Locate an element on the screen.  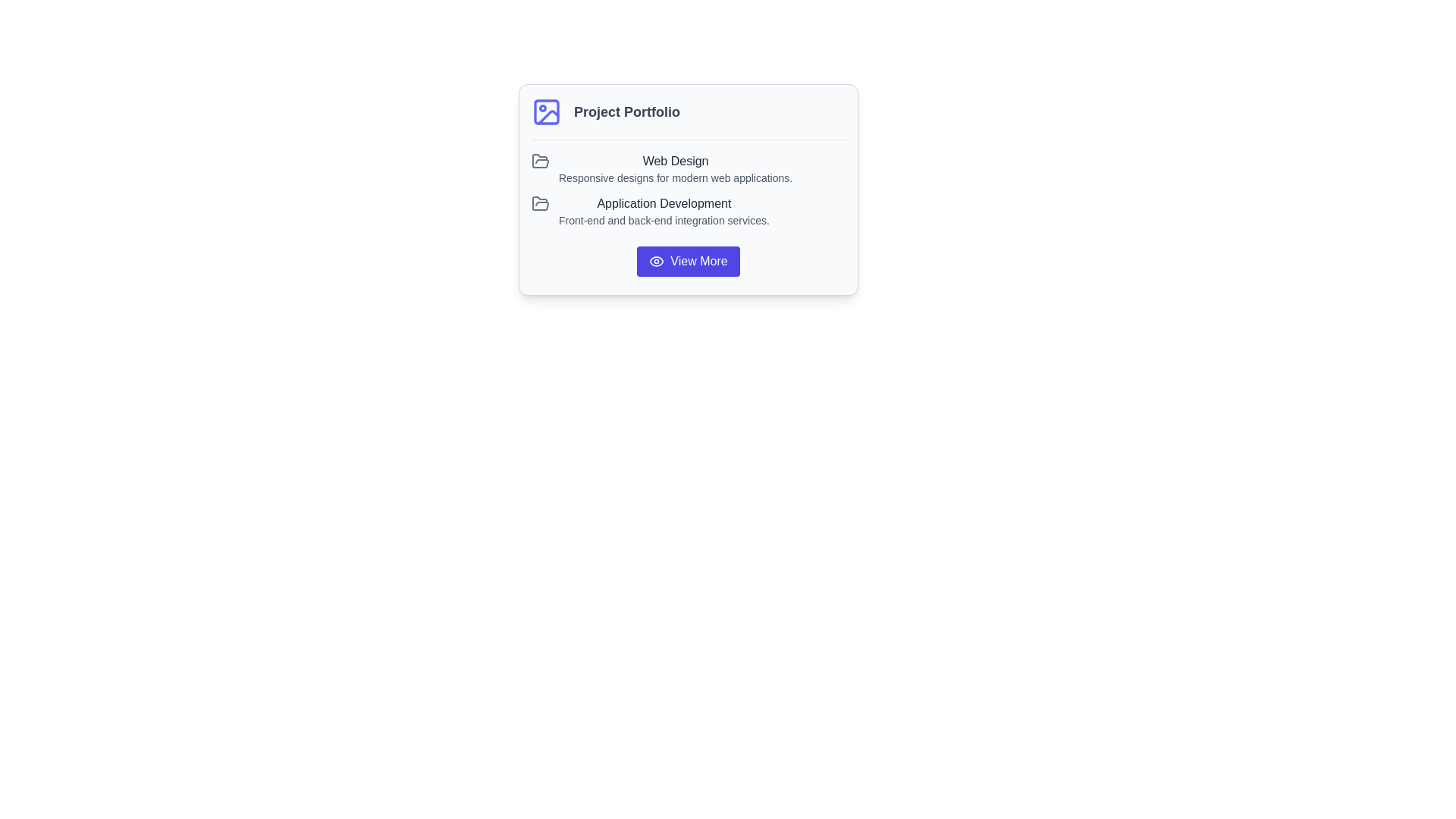
the icon styled as an outline of an eye that is located within the 'View More' button, positioned near the lower right corner of the card interface is located at coordinates (657, 260).